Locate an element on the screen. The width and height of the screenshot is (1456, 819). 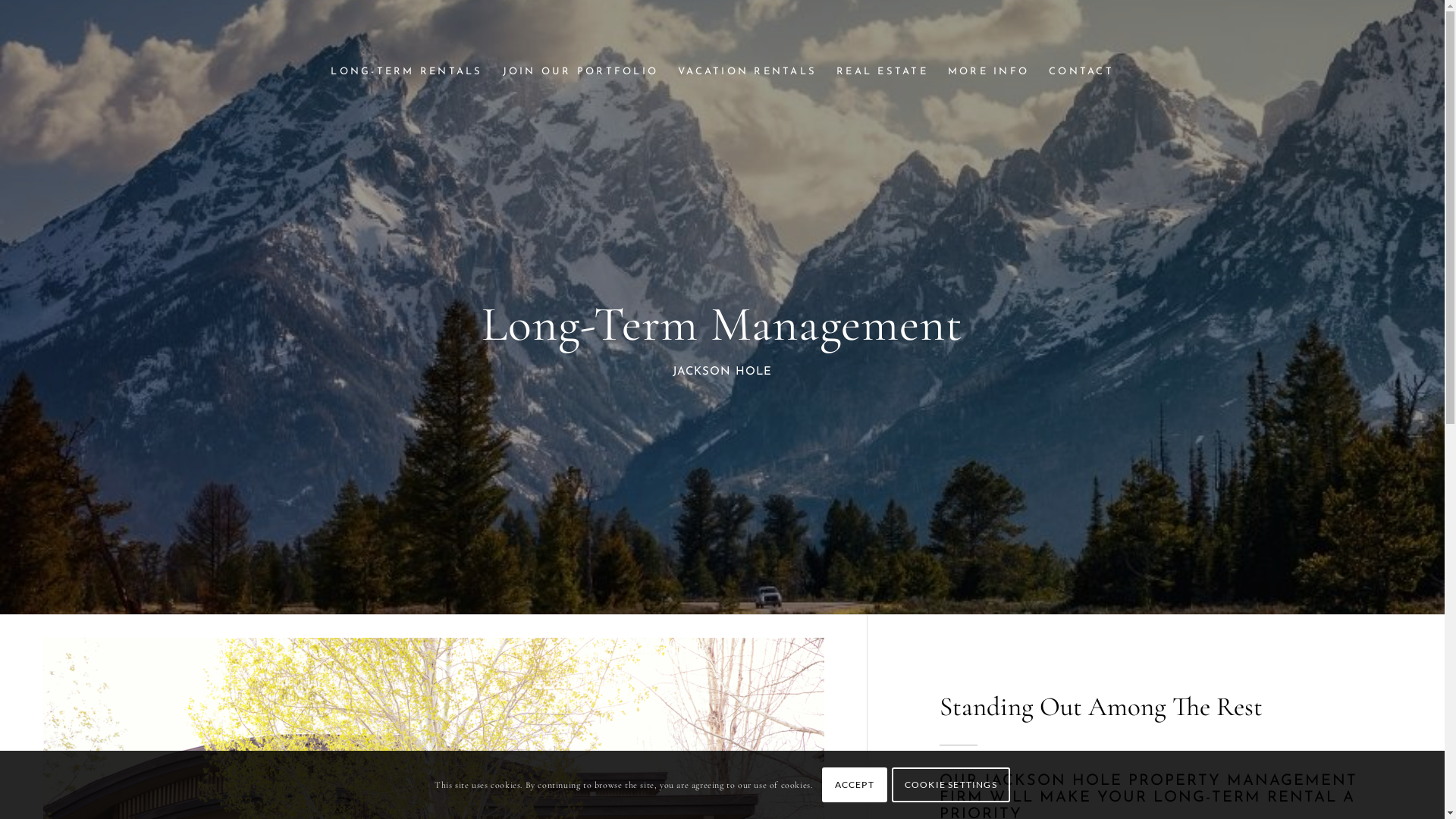
'VACATION RENTALS' is located at coordinates (747, 72).